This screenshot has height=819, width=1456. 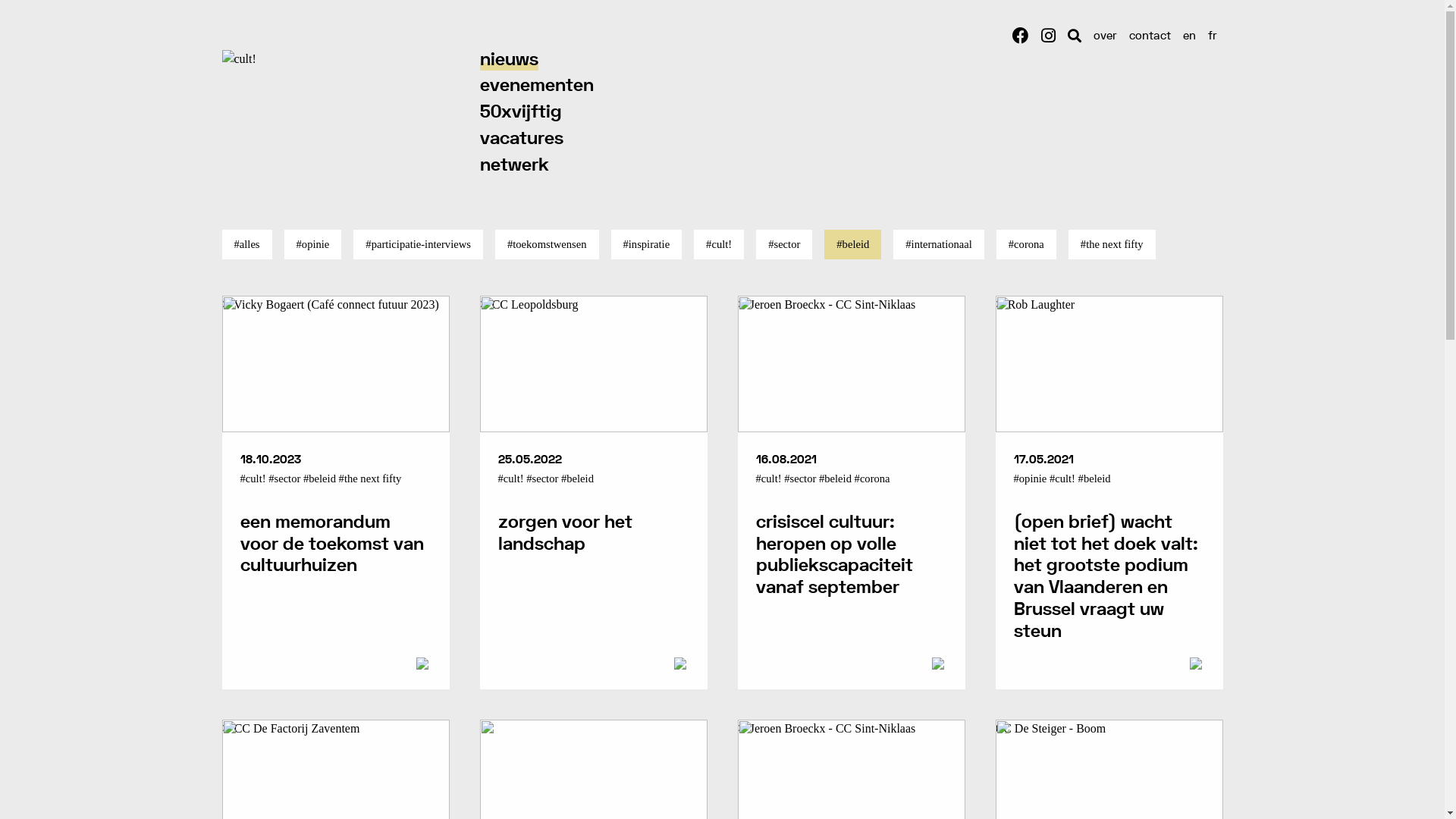 I want to click on '#inspiratie', so click(x=647, y=243).